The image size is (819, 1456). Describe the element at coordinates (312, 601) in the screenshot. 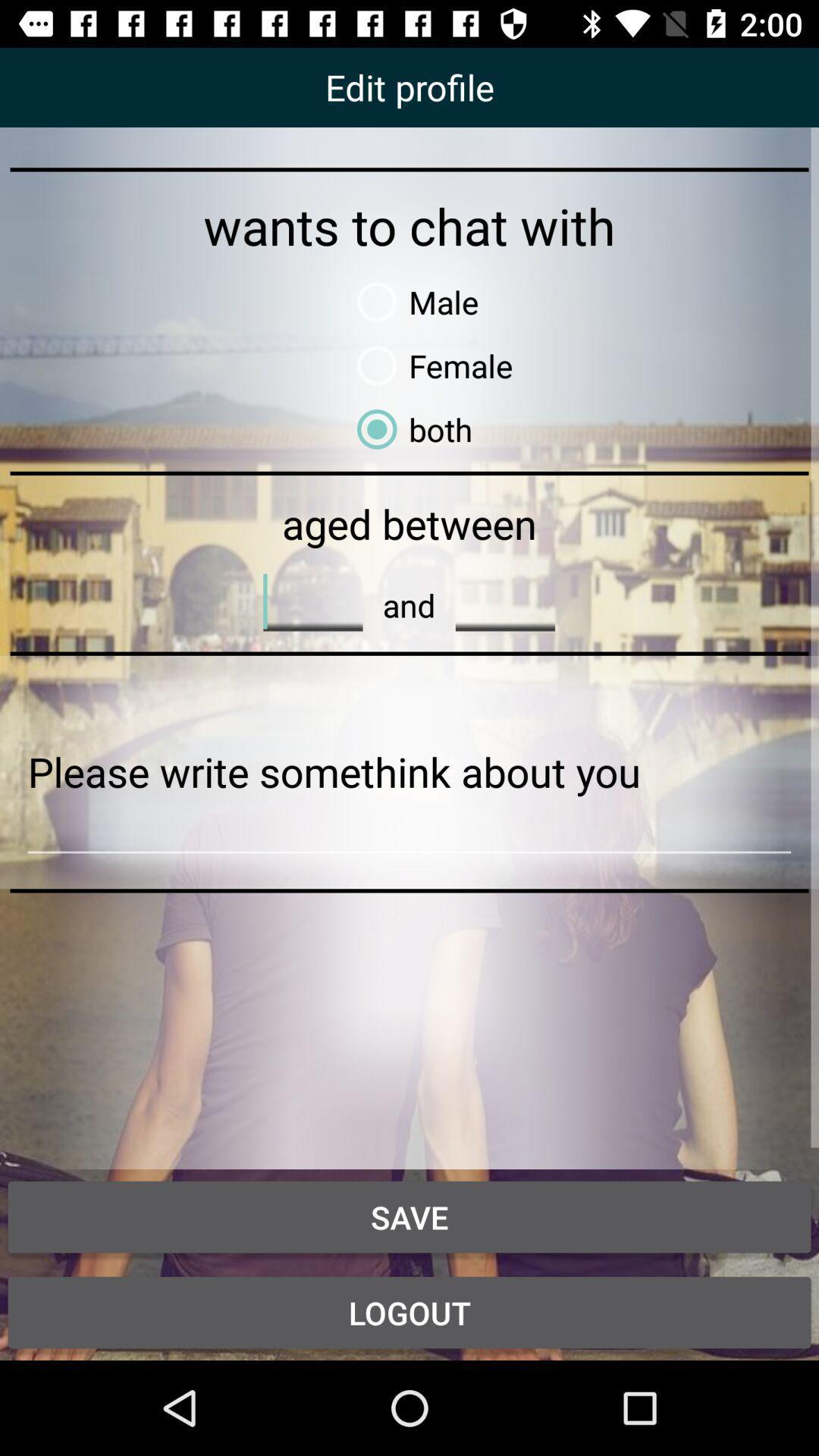

I see `word typeing line` at that location.